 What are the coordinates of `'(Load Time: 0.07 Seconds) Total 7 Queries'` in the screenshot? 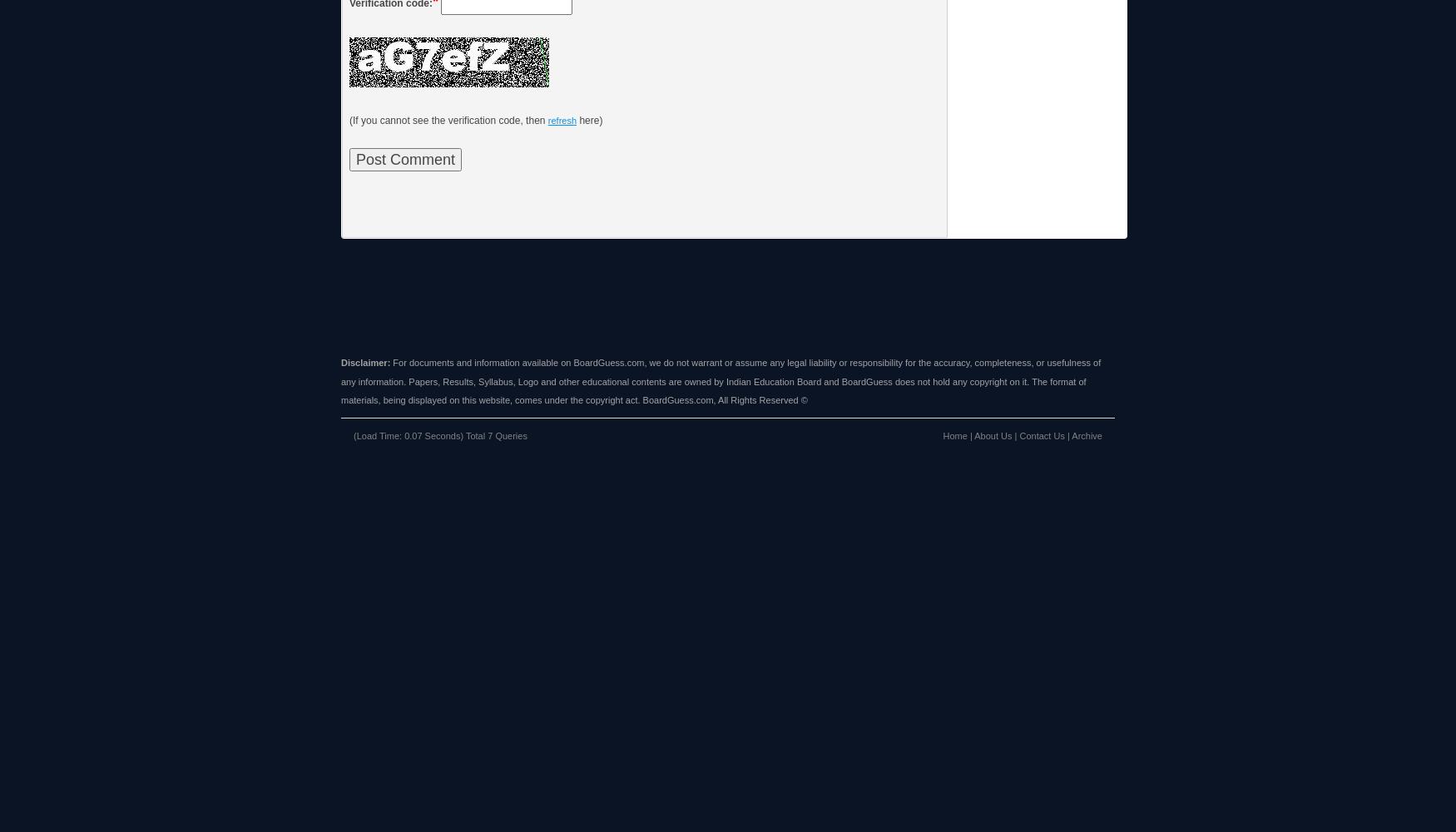 It's located at (439, 435).